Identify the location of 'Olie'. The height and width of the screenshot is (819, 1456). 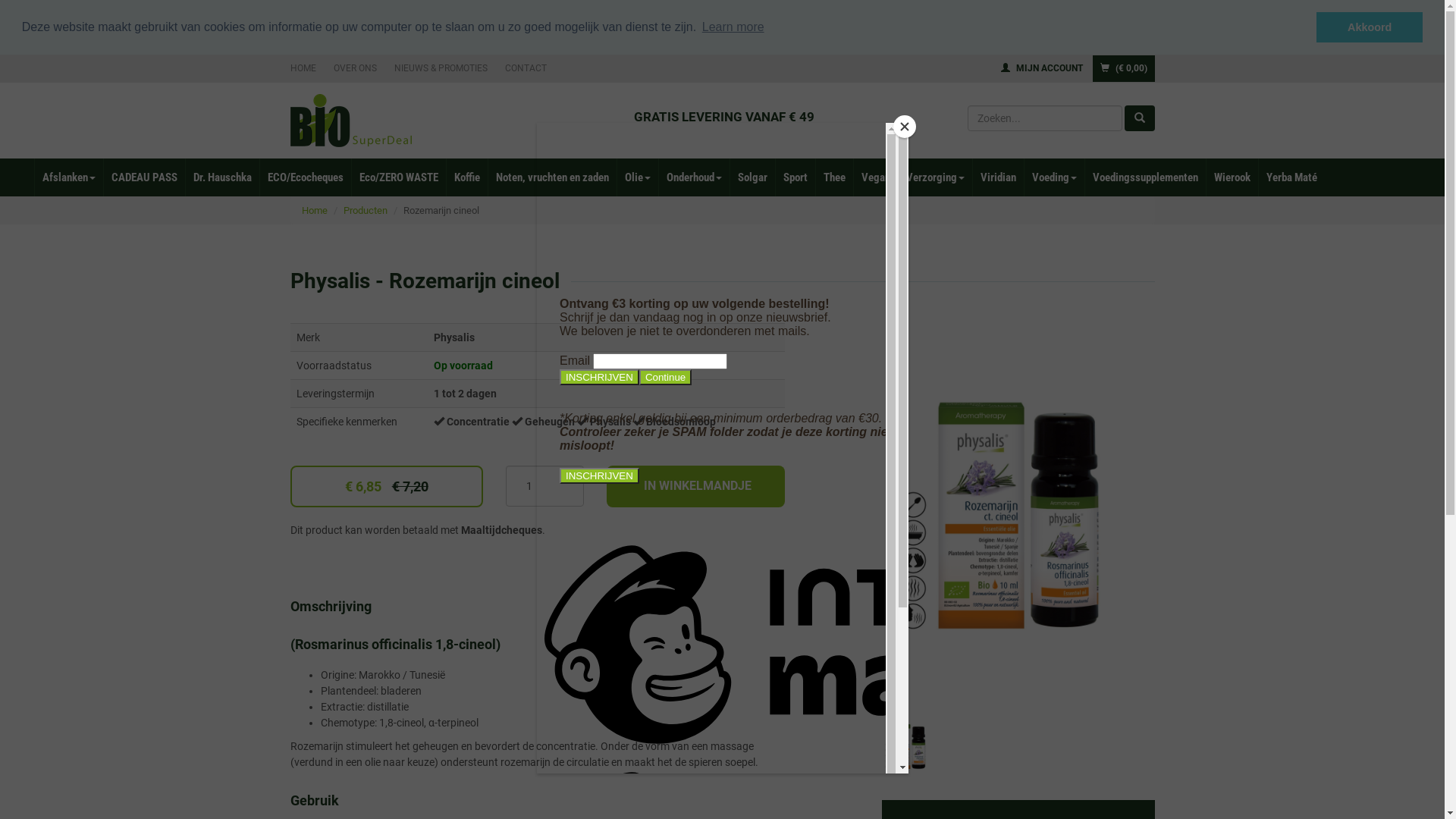
(616, 175).